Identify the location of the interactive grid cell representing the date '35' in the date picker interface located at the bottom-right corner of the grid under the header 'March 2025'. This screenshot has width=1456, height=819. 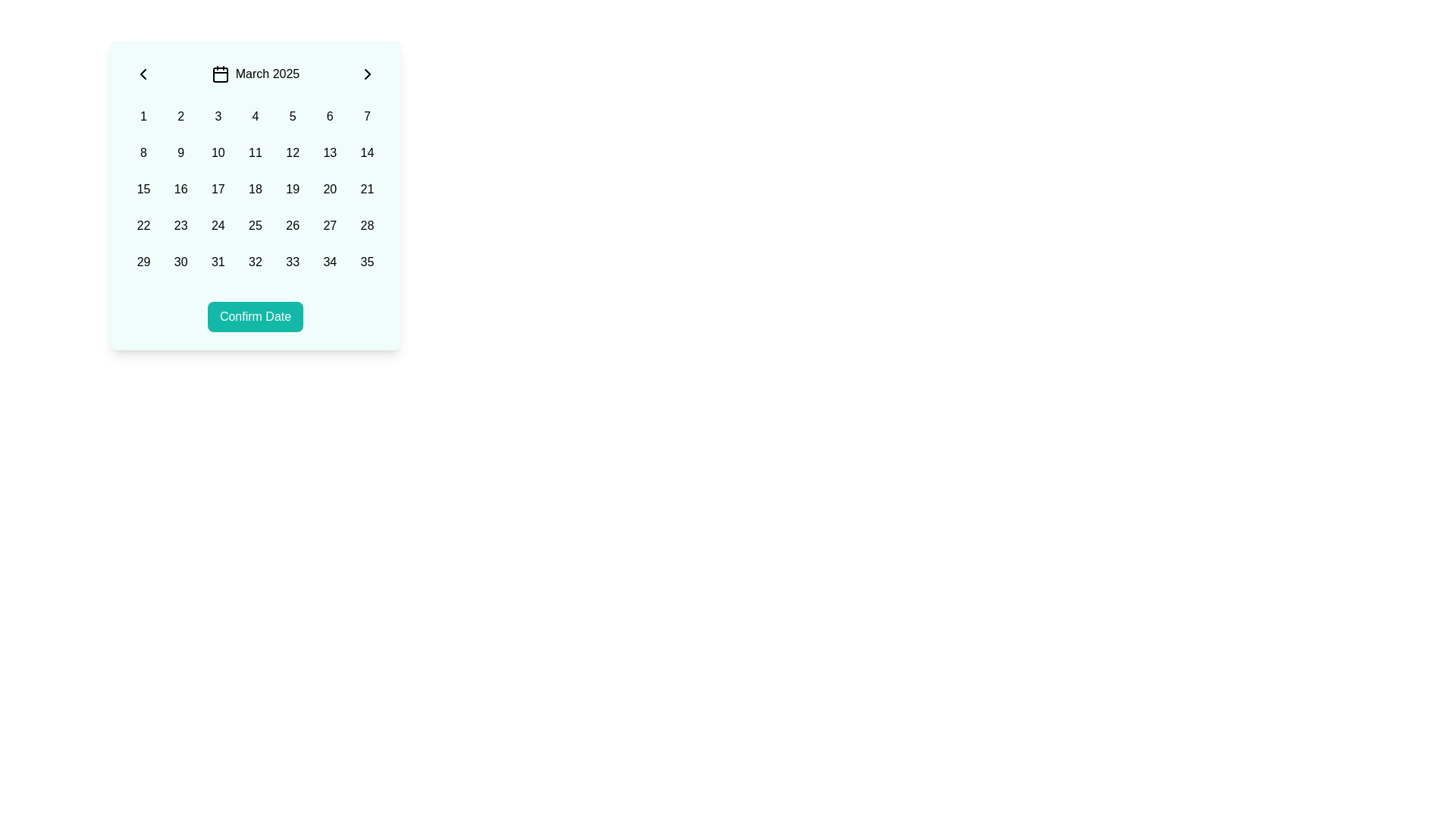
(367, 262).